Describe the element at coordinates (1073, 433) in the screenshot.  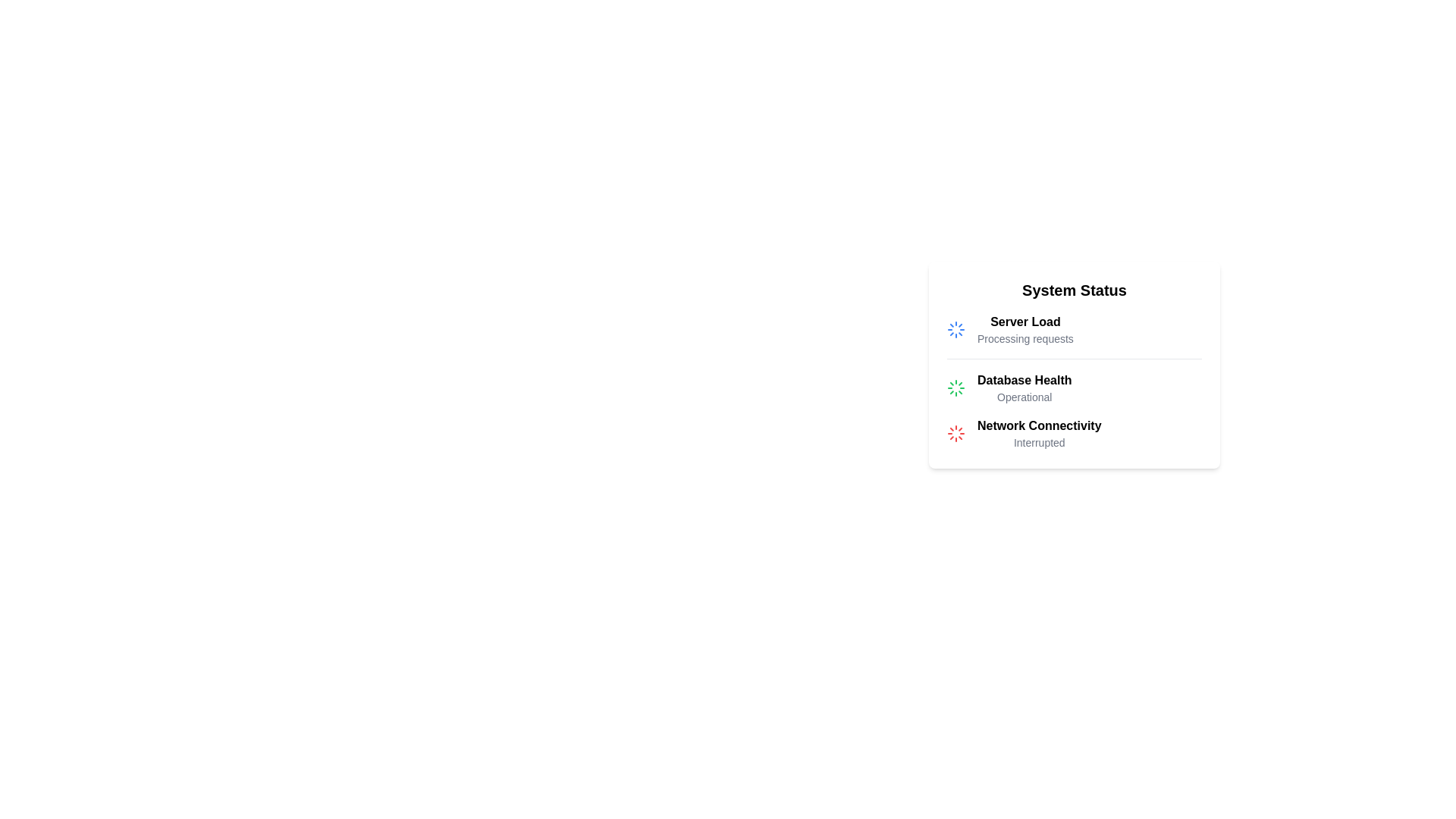
I see `status of the 'Network Connectivity' display, which indicates that the network status is currently 'Interrupted'. This element is positioned at the bottom of the 'System Status' card, below the 'Database Health' section` at that location.